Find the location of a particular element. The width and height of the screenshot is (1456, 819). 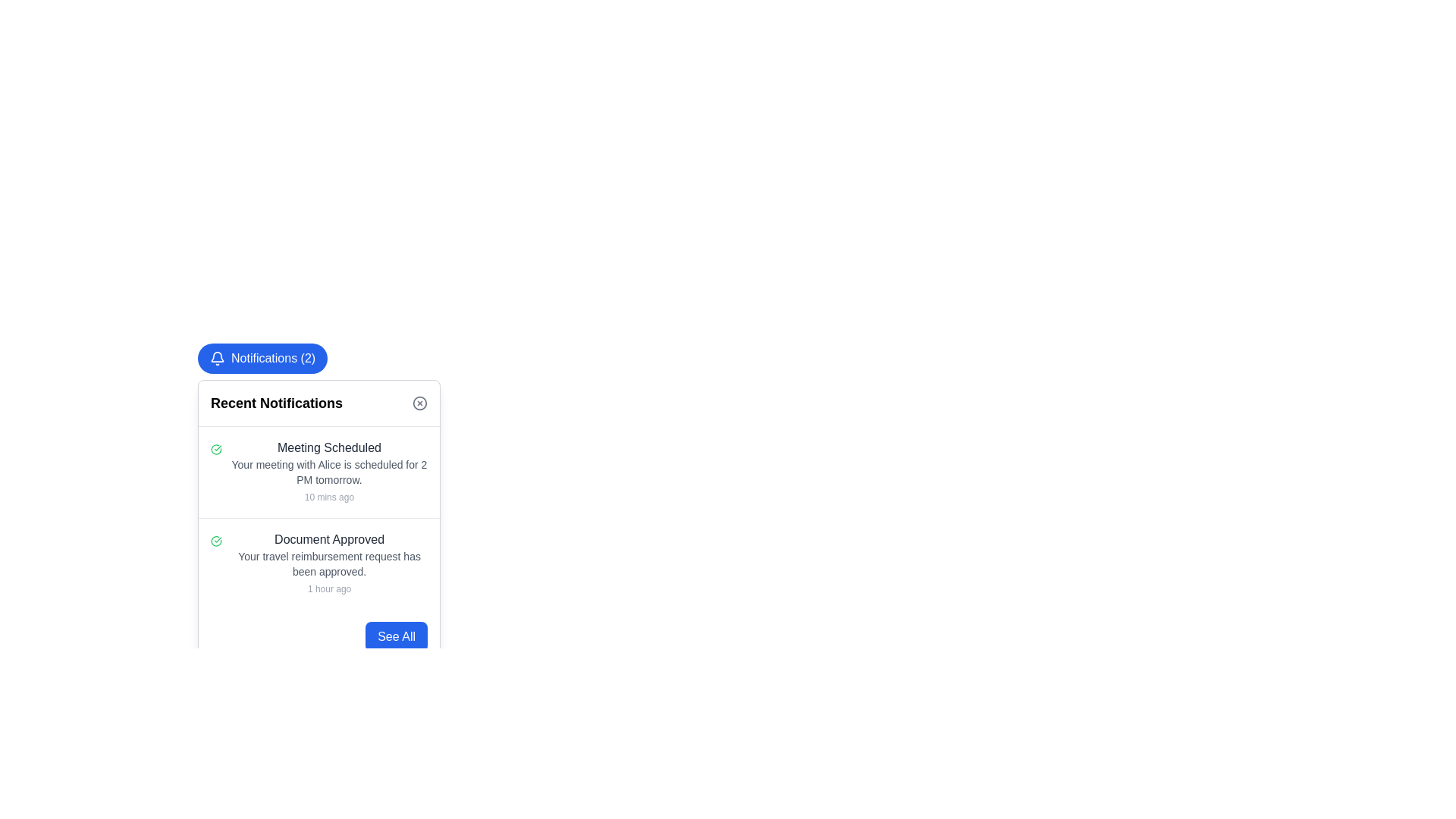

the 'Document Approved' notification entry is located at coordinates (328, 564).